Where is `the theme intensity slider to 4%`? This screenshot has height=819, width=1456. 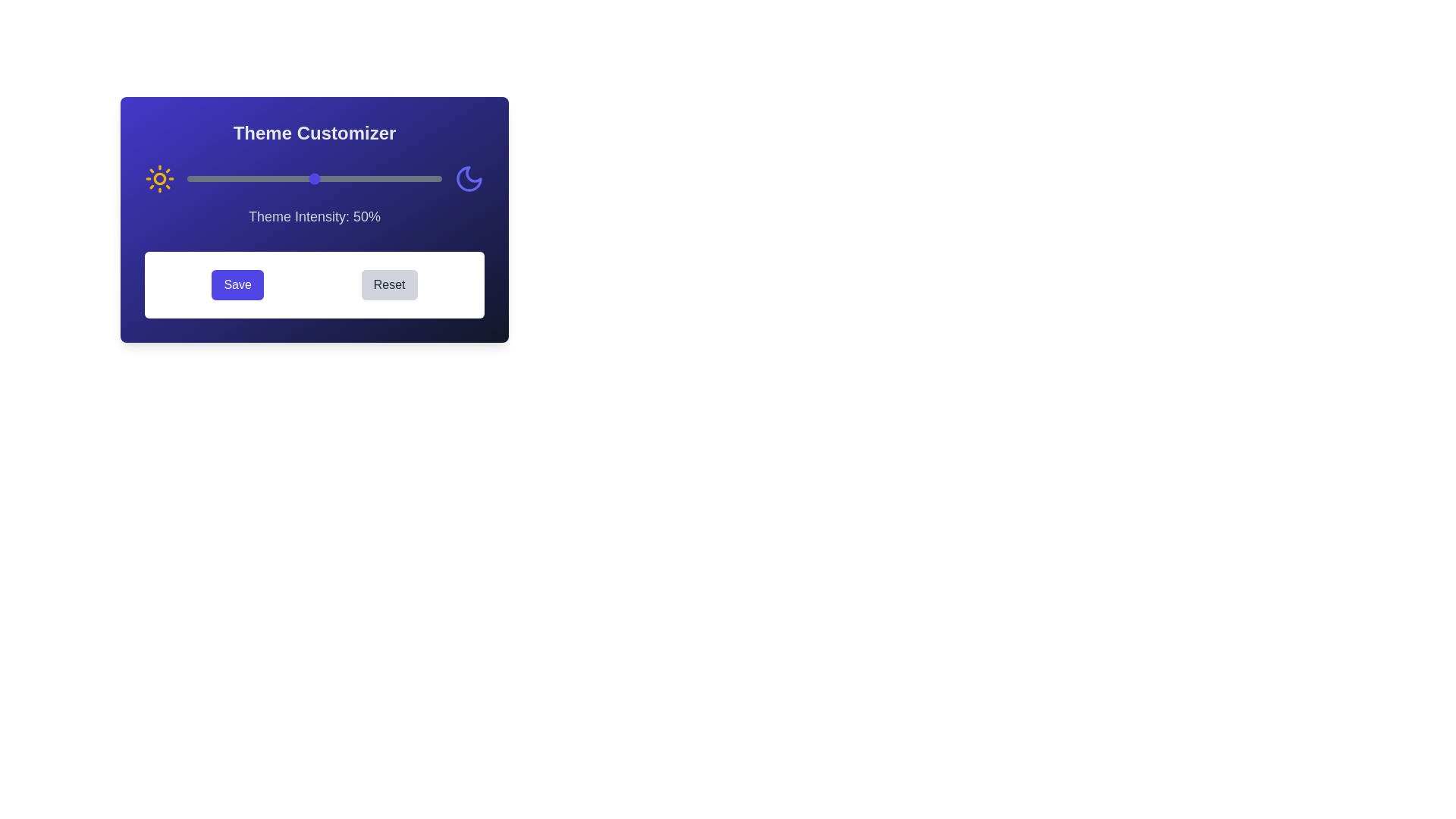
the theme intensity slider to 4% is located at coordinates (196, 177).